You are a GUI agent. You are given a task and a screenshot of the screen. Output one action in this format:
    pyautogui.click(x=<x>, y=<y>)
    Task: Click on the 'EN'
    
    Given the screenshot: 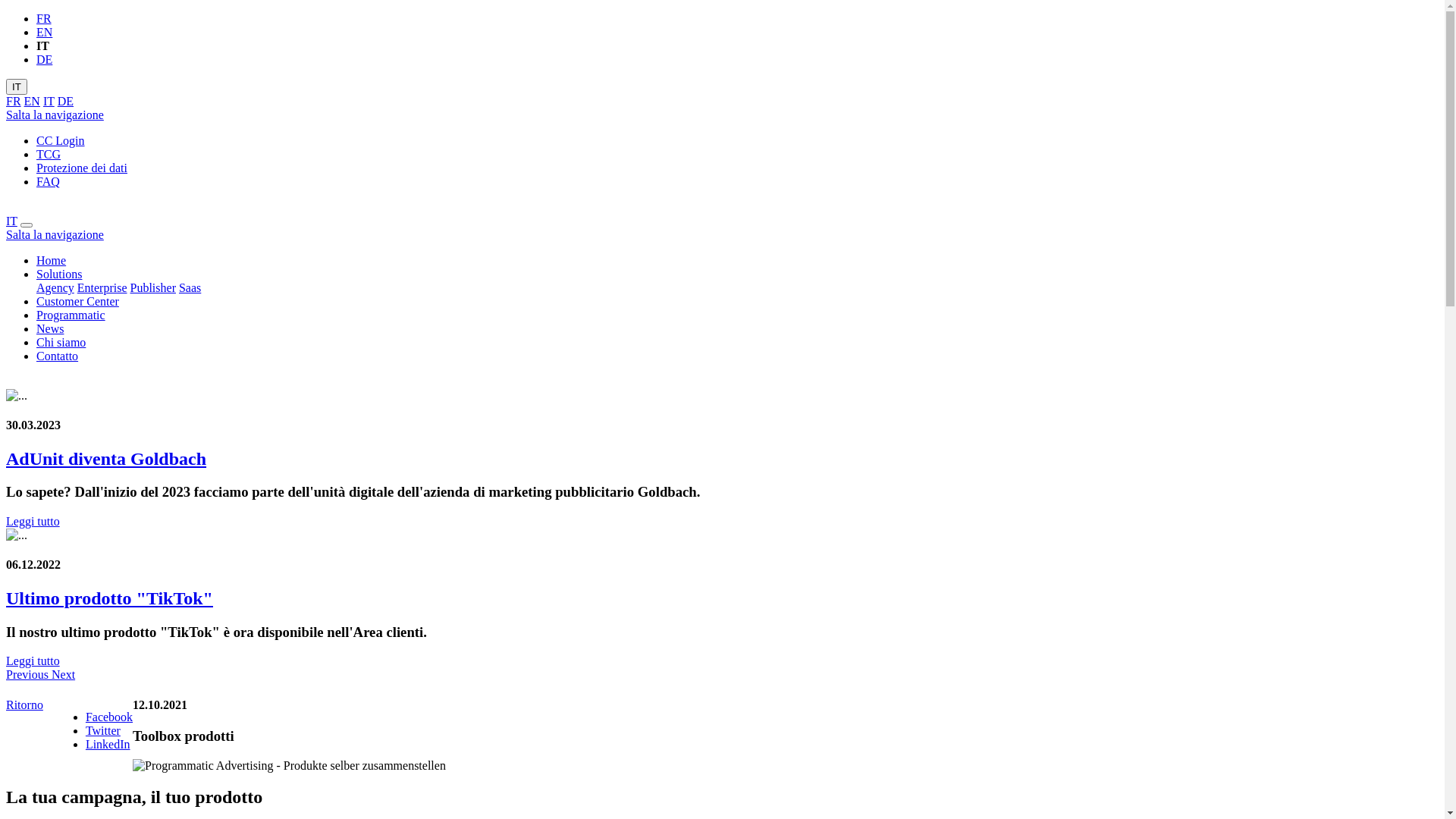 What is the action you would take?
    pyautogui.click(x=44, y=32)
    